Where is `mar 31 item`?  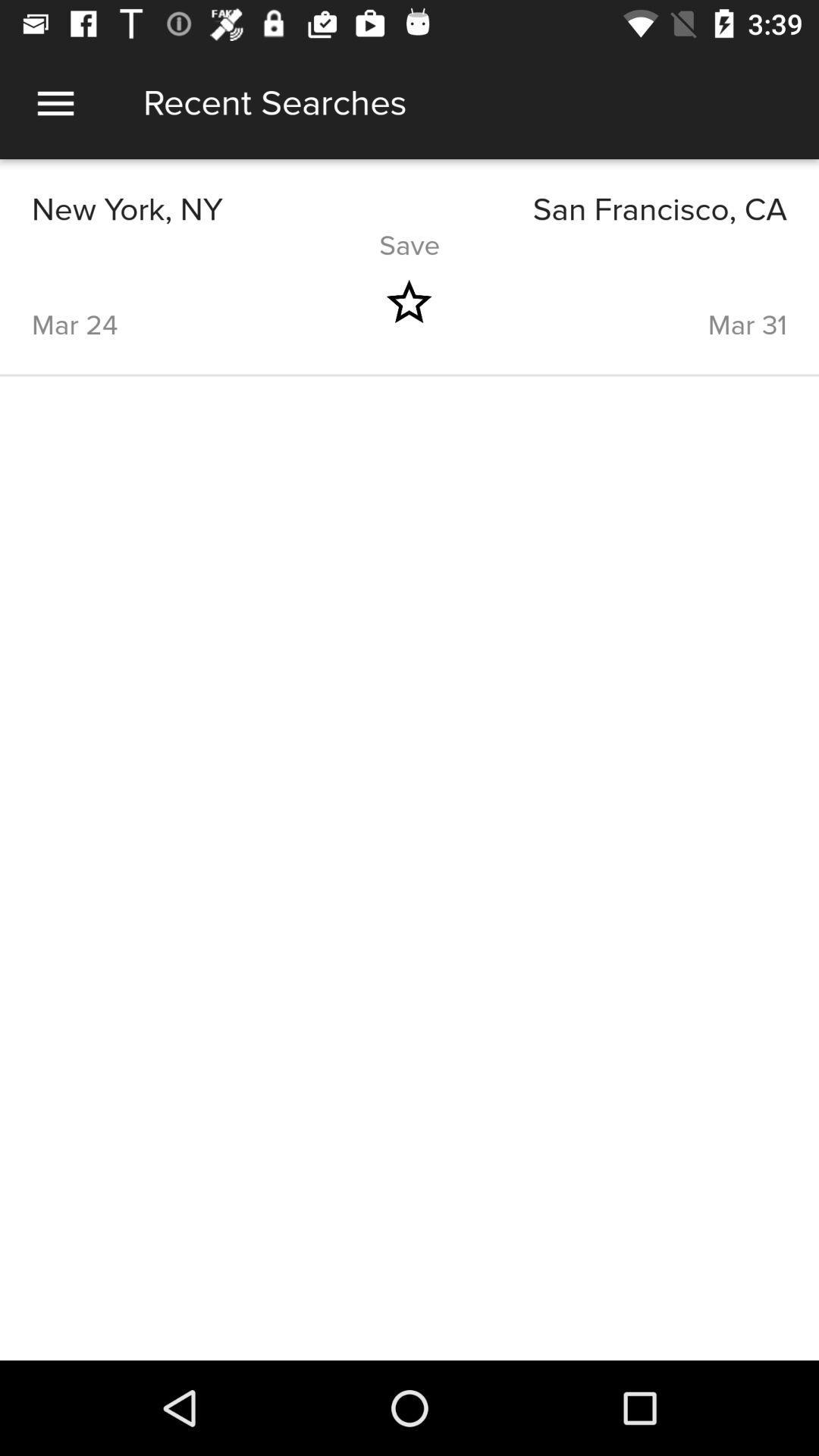
mar 31 item is located at coordinates (635, 302).